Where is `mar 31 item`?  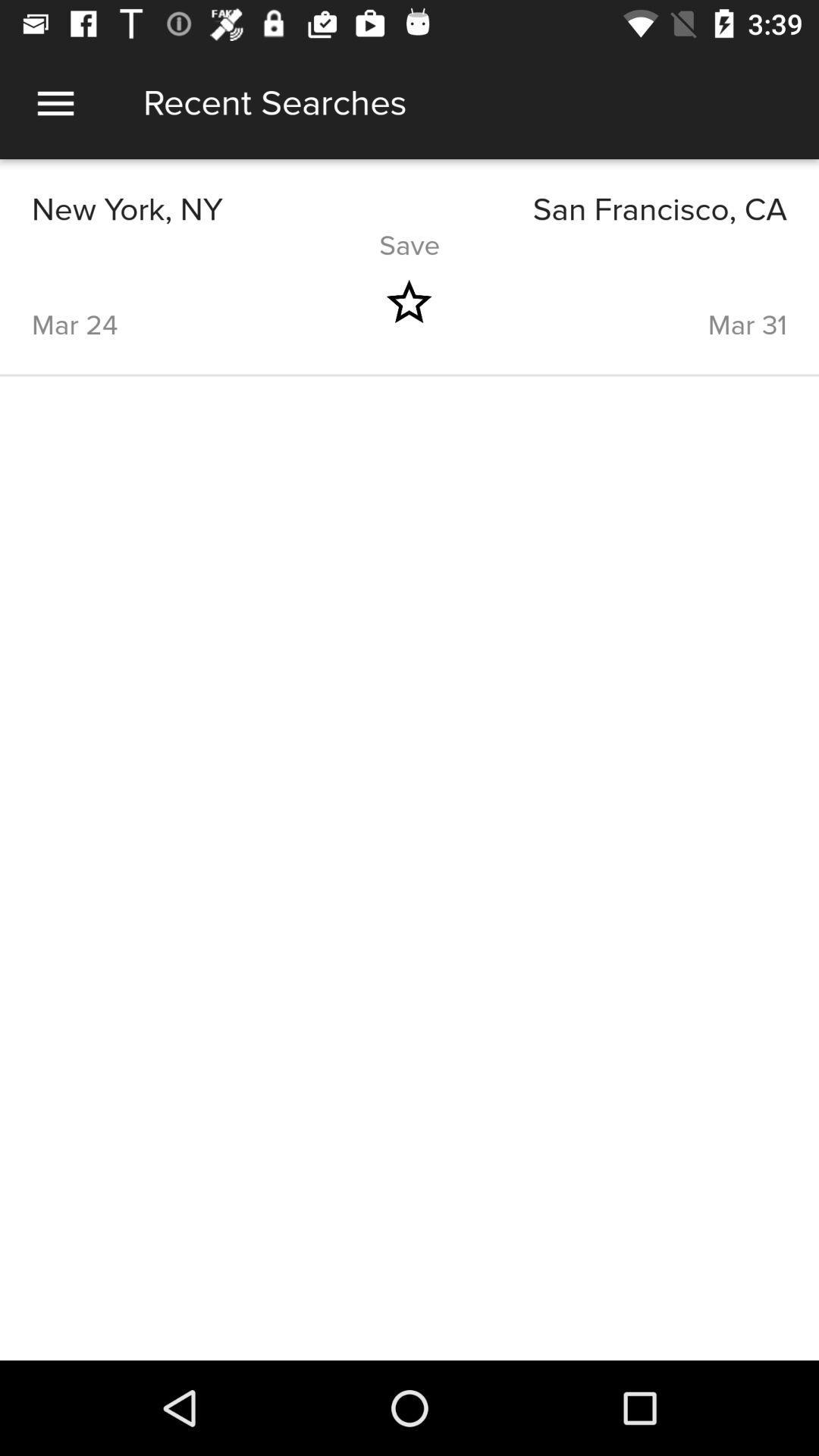
mar 31 item is located at coordinates (635, 302).